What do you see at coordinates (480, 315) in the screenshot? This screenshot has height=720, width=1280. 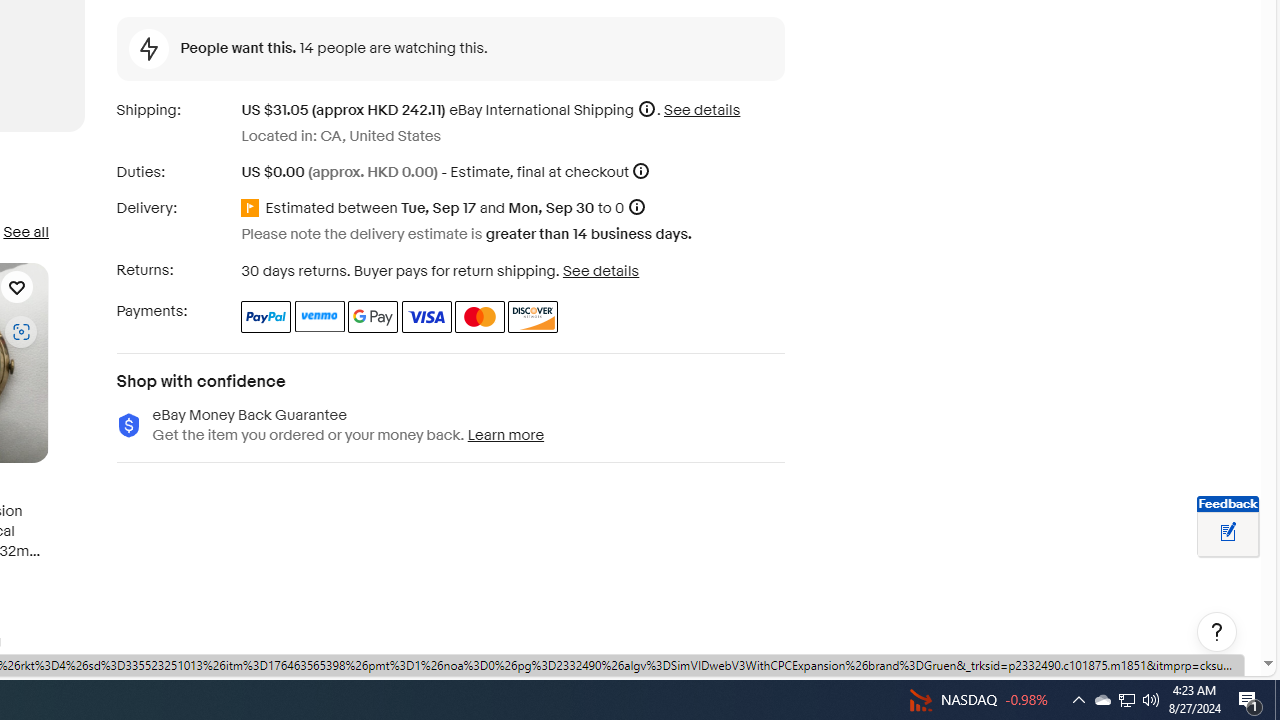 I see `'Master Card'` at bounding box center [480, 315].